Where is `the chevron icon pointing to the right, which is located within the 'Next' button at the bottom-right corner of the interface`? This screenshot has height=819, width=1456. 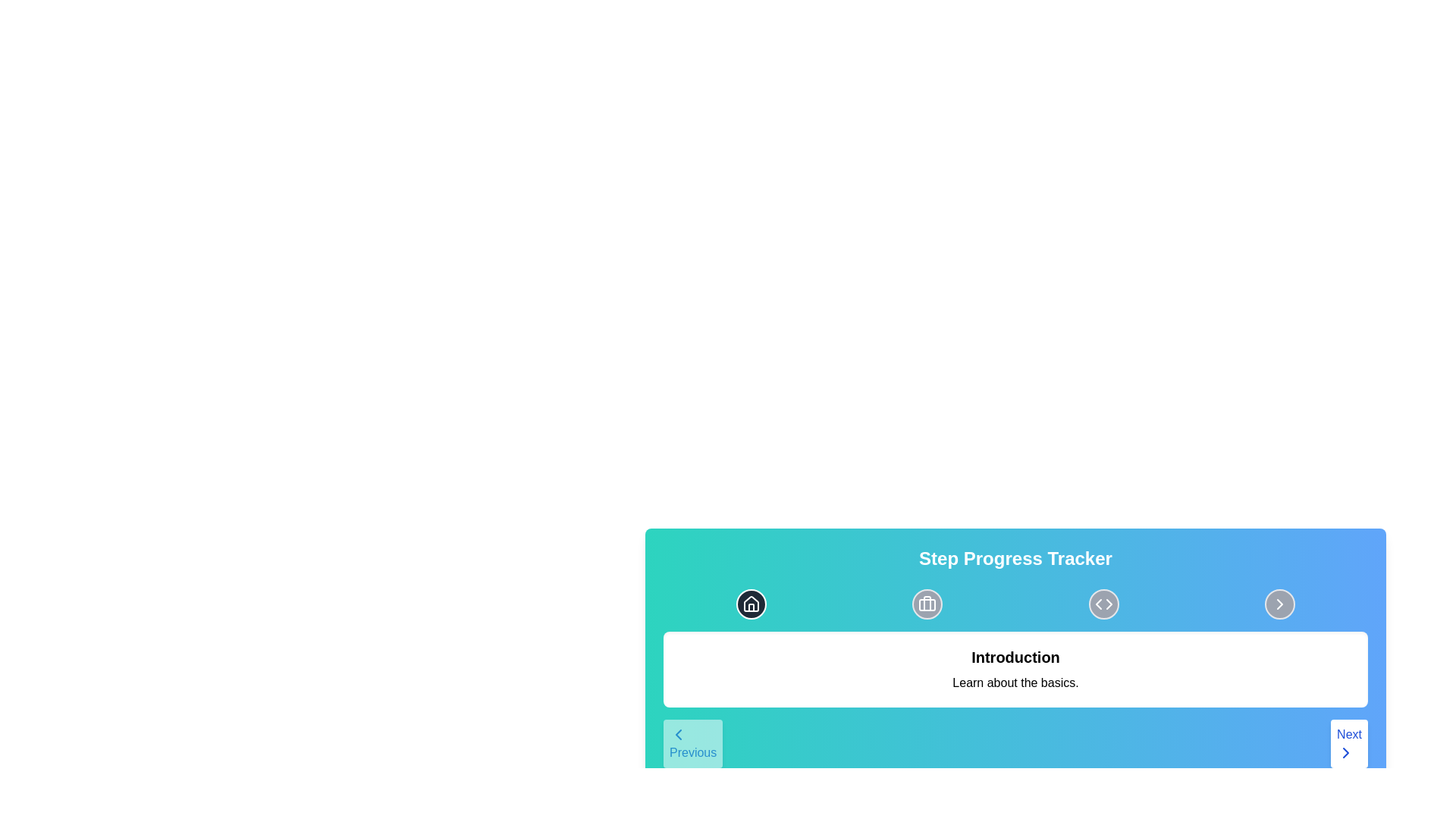
the chevron icon pointing to the right, which is located within the 'Next' button at the bottom-right corner of the interface is located at coordinates (1346, 752).